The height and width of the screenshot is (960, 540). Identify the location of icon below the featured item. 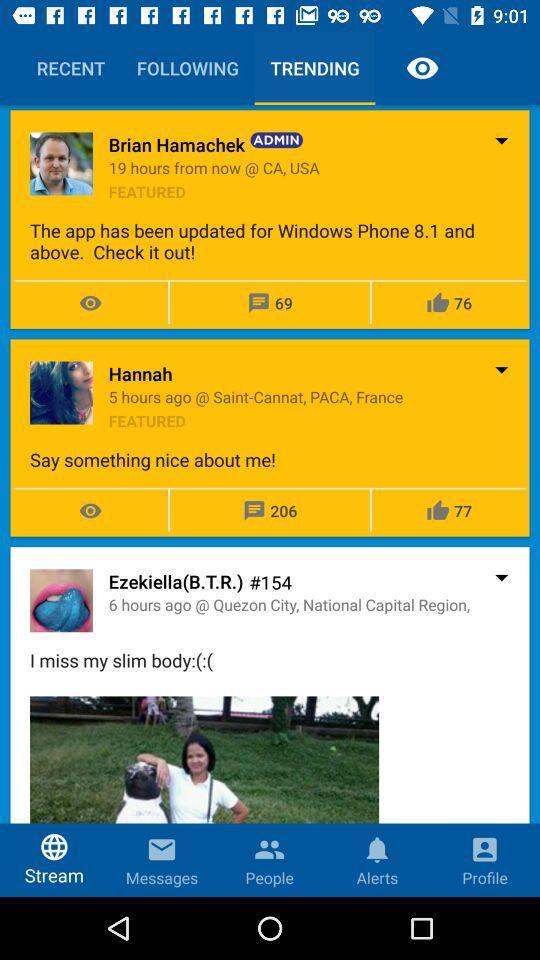
(270, 240).